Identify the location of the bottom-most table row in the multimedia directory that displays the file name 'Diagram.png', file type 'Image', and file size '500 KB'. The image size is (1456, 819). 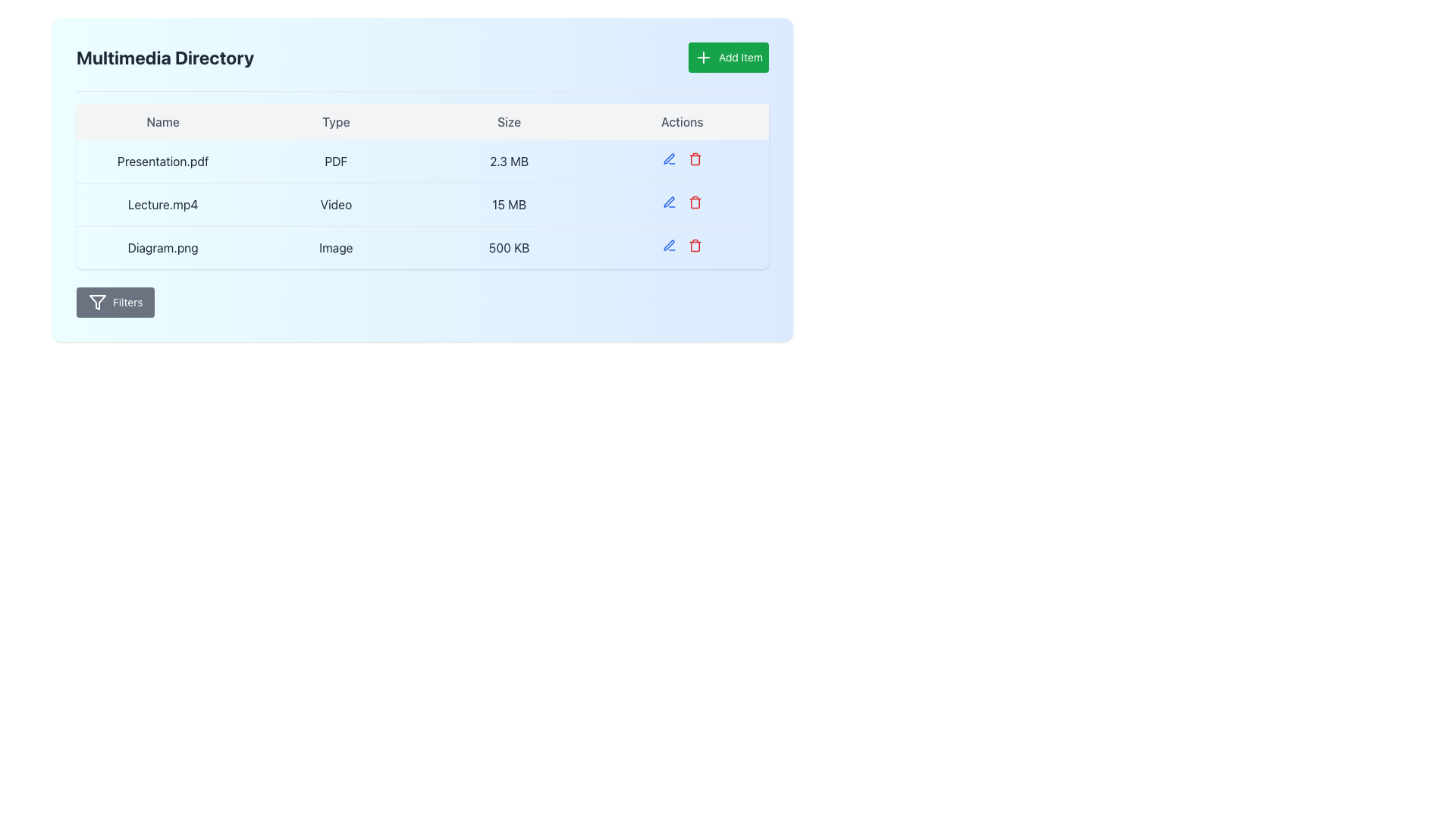
(422, 246).